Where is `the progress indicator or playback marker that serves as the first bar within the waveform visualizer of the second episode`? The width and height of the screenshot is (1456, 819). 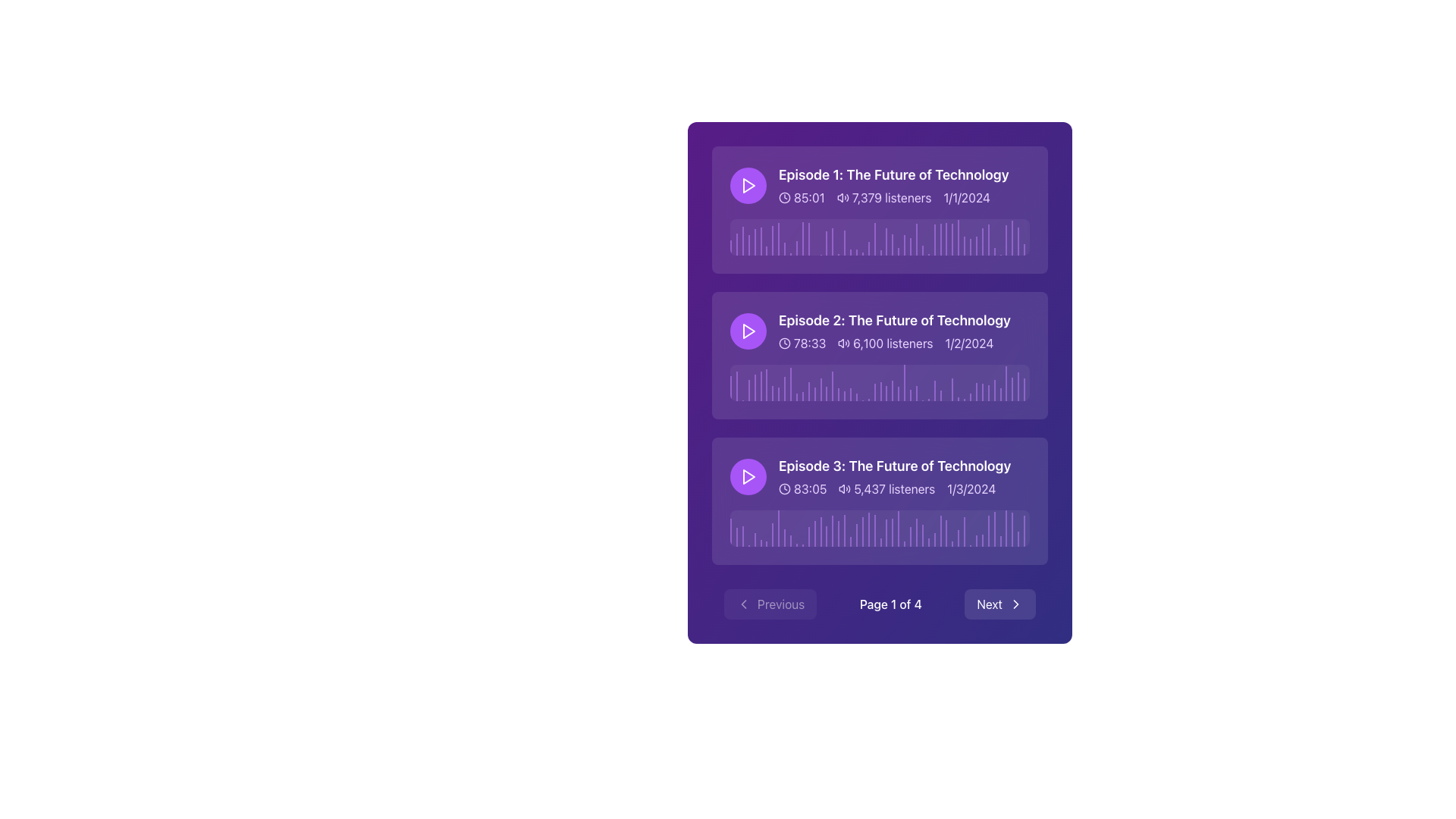
the progress indicator or playback marker that serves as the first bar within the waveform visualizer of the second episode is located at coordinates (731, 388).